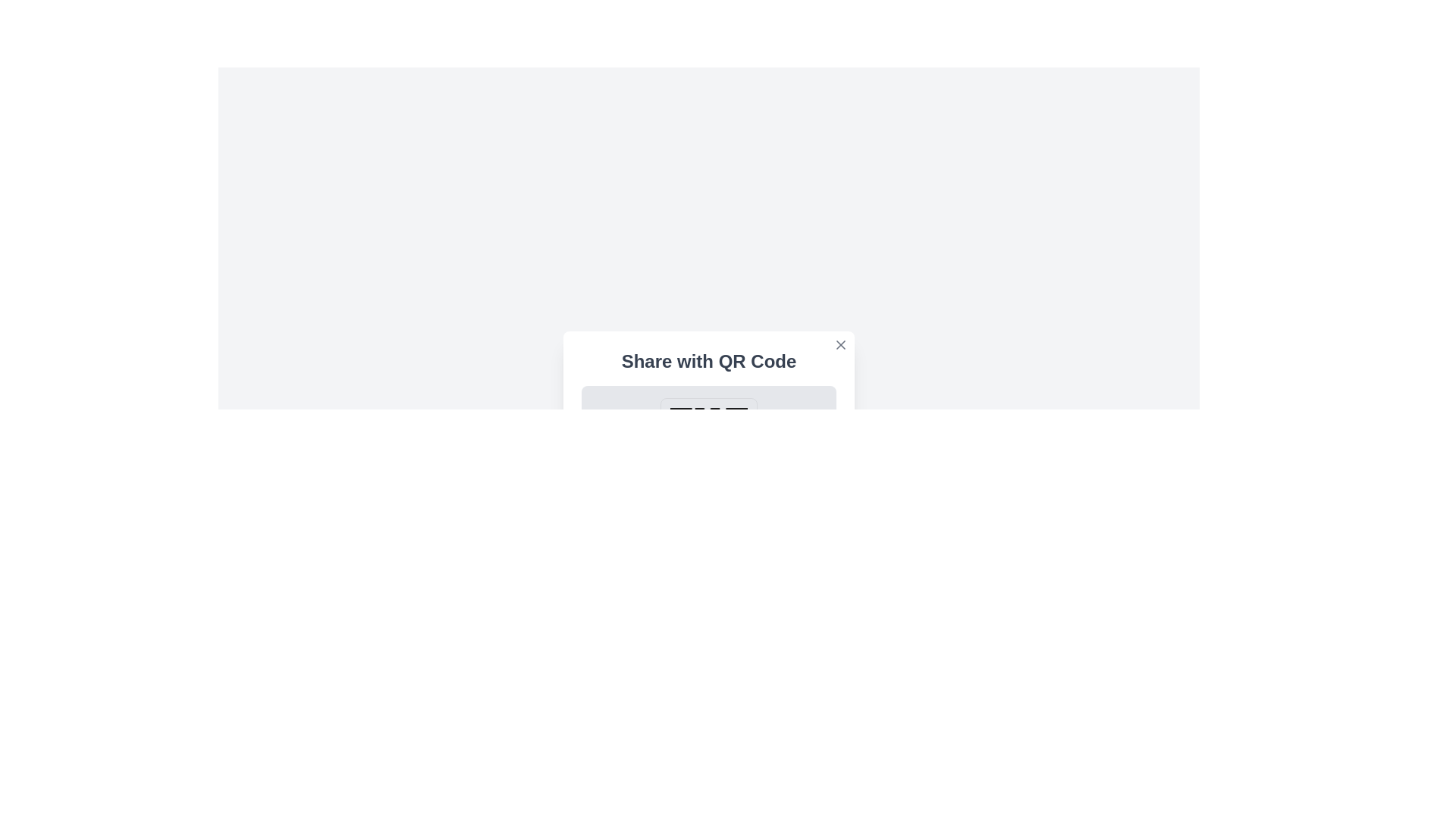 Image resolution: width=1456 pixels, height=819 pixels. I want to click on text 'Share with QR Code' which is styled in bold and is located at the top of the modal box, just below the close button, so click(708, 362).